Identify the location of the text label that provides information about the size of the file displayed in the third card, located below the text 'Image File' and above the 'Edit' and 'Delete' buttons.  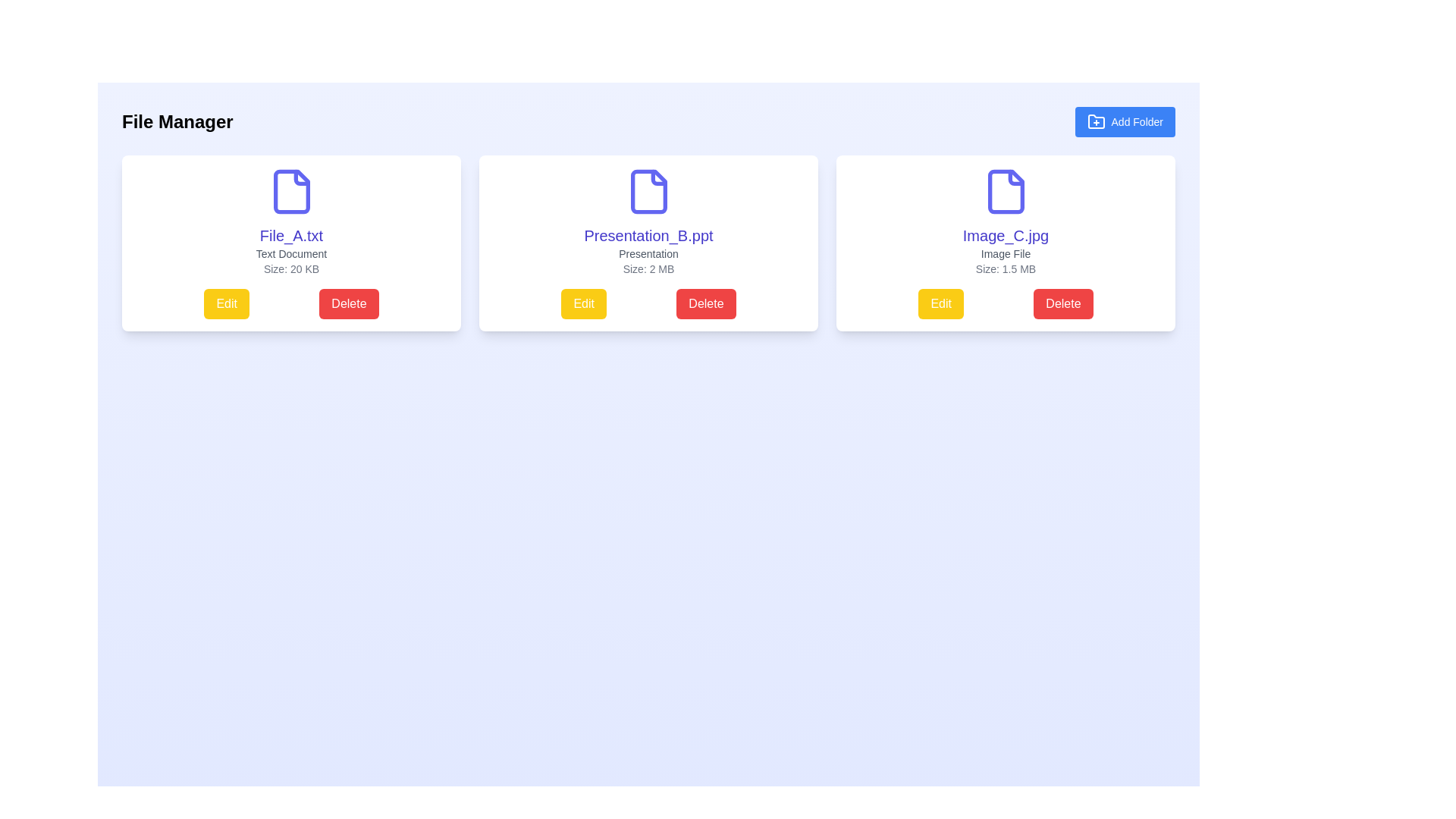
(1006, 268).